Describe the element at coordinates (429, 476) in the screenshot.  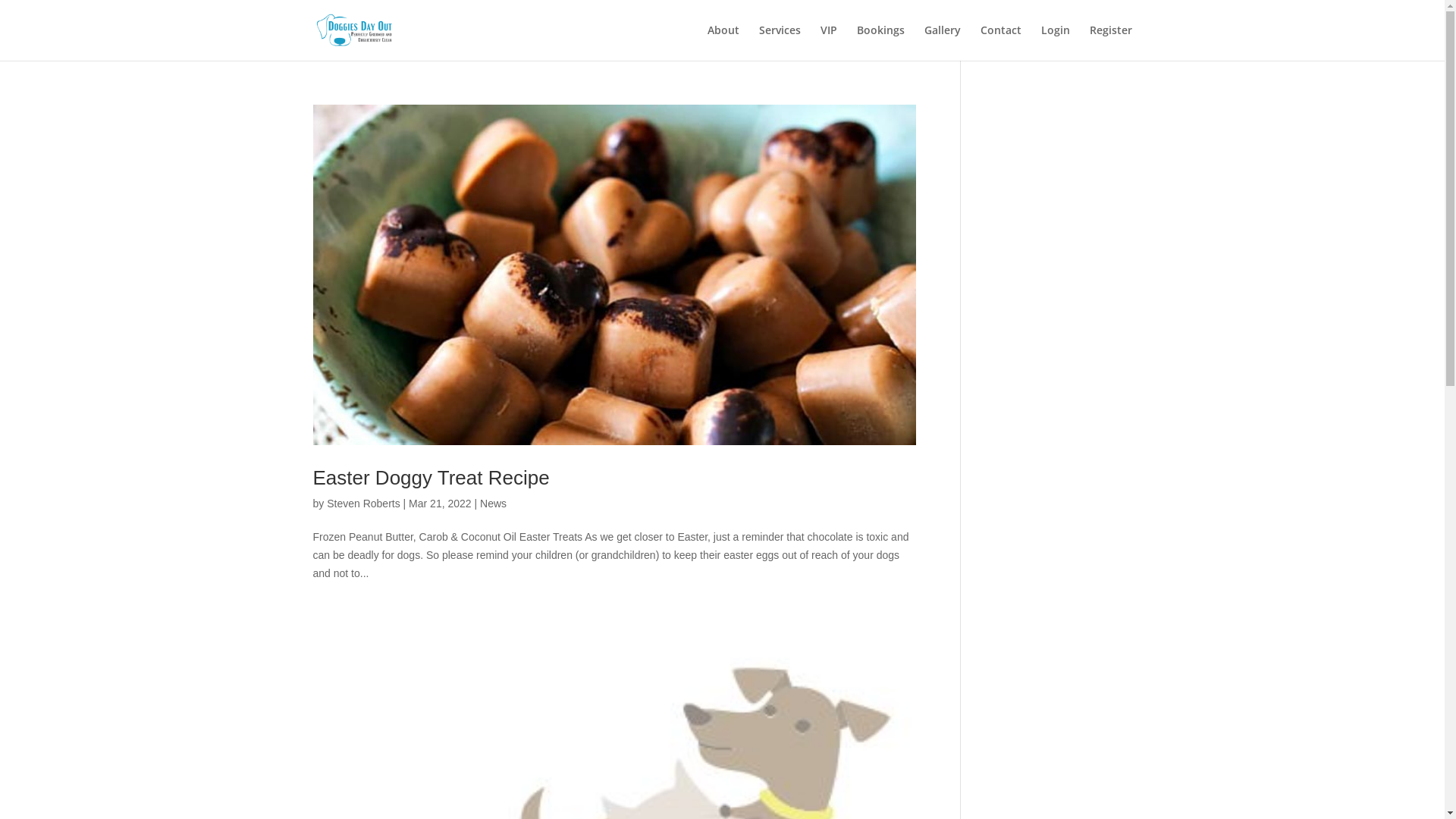
I see `'Easter Doggy Treat Recipe'` at that location.